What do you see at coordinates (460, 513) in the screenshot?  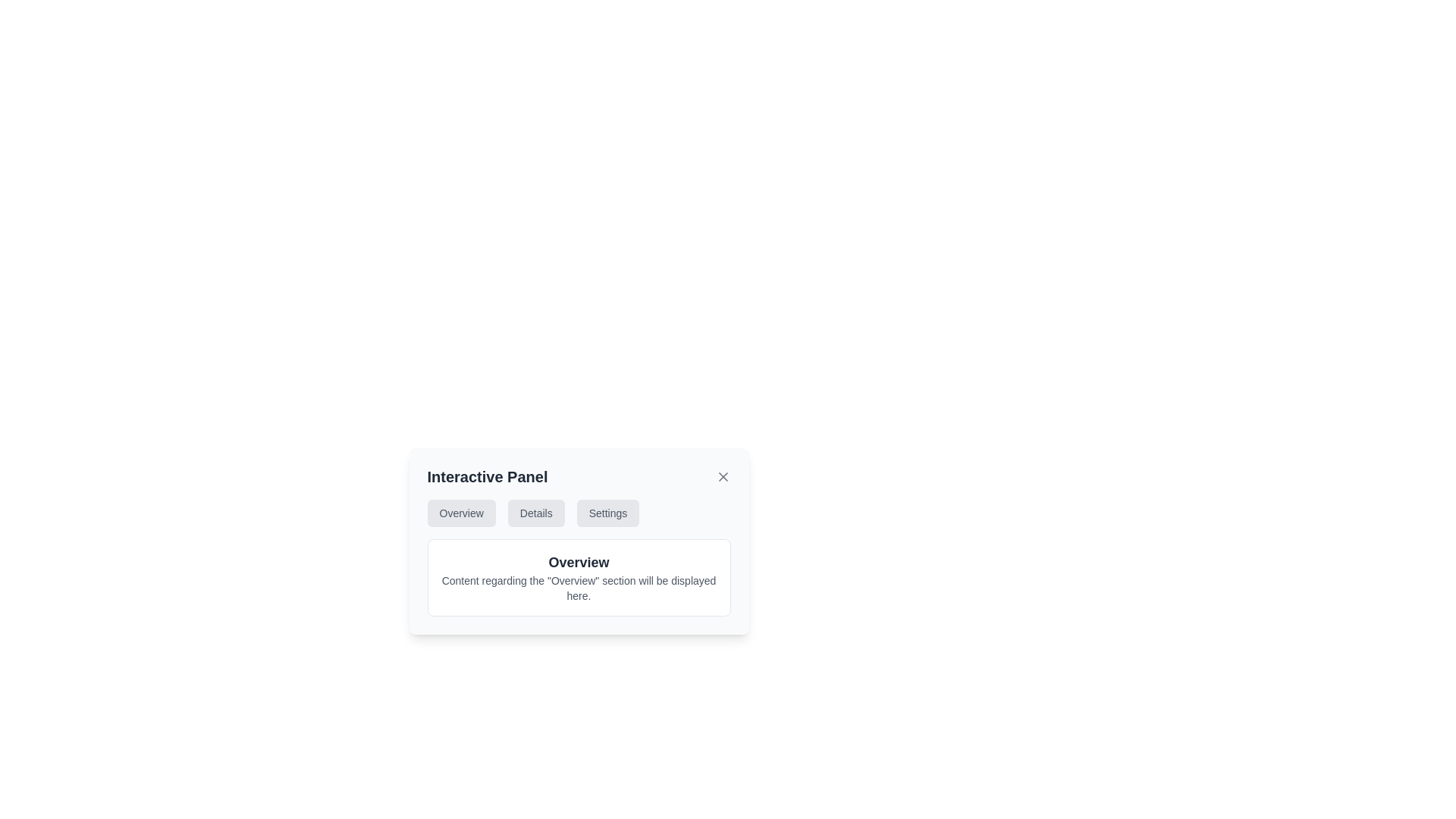 I see `the 'Overview' navigation tab` at bounding box center [460, 513].